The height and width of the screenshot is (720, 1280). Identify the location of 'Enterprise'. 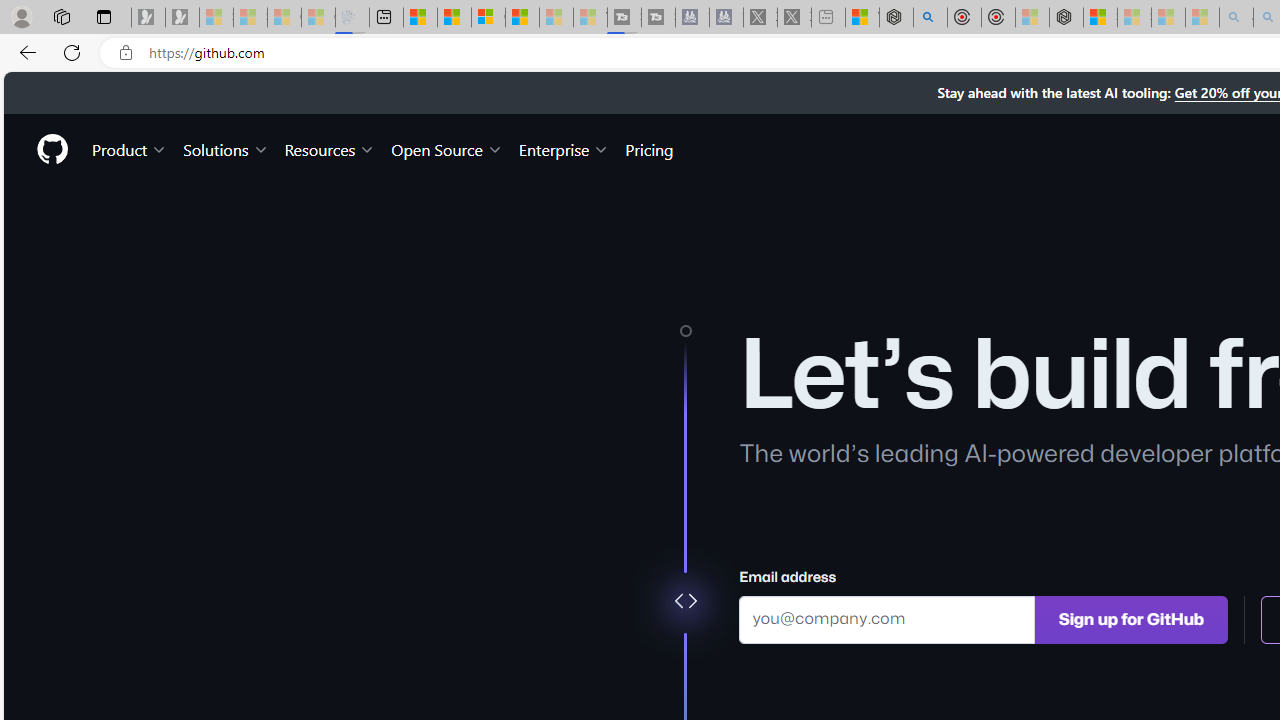
(562, 148).